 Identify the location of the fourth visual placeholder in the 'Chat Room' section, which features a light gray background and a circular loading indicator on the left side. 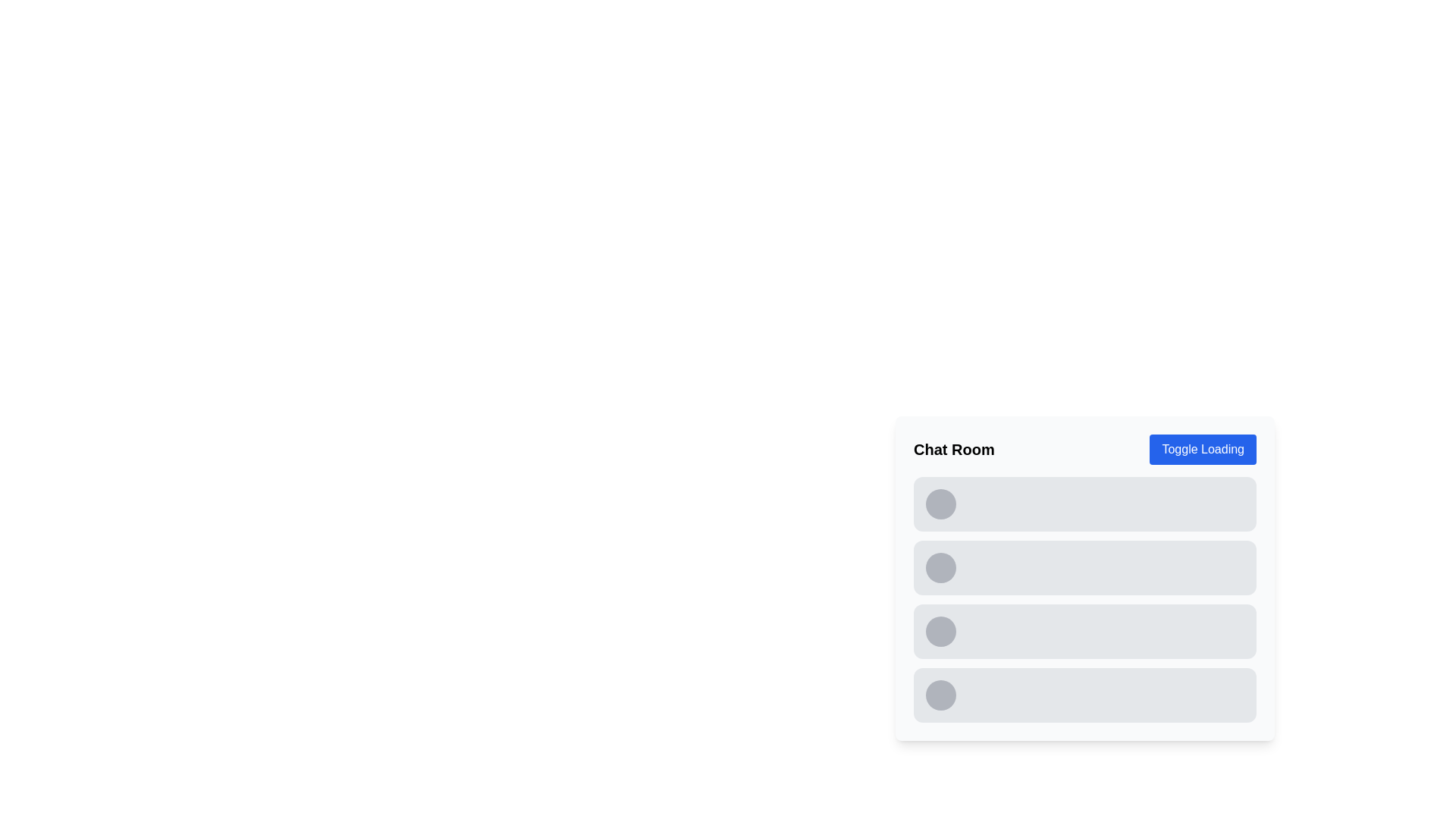
(1084, 695).